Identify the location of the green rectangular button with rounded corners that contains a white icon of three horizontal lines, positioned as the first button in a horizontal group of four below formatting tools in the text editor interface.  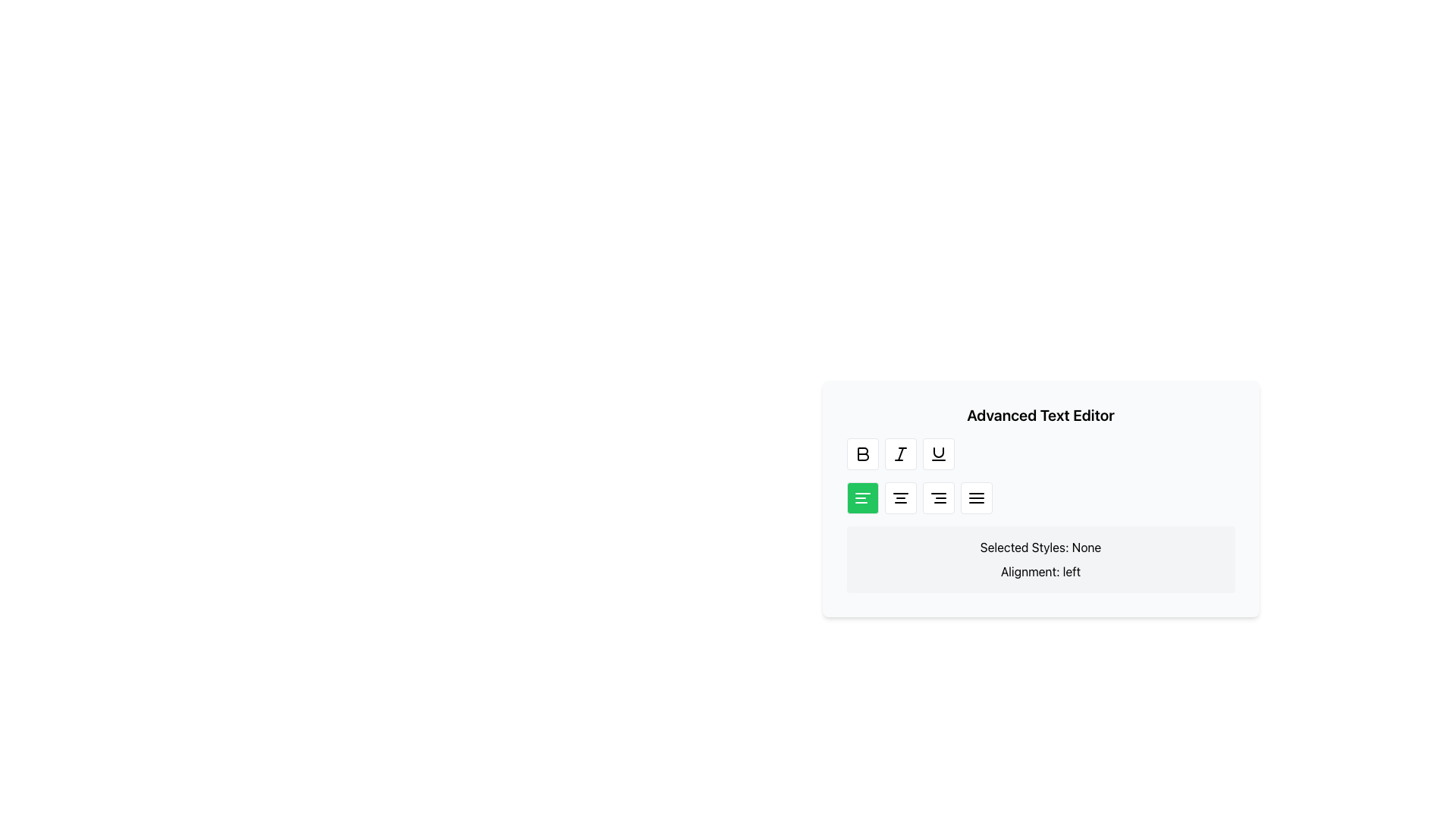
(862, 497).